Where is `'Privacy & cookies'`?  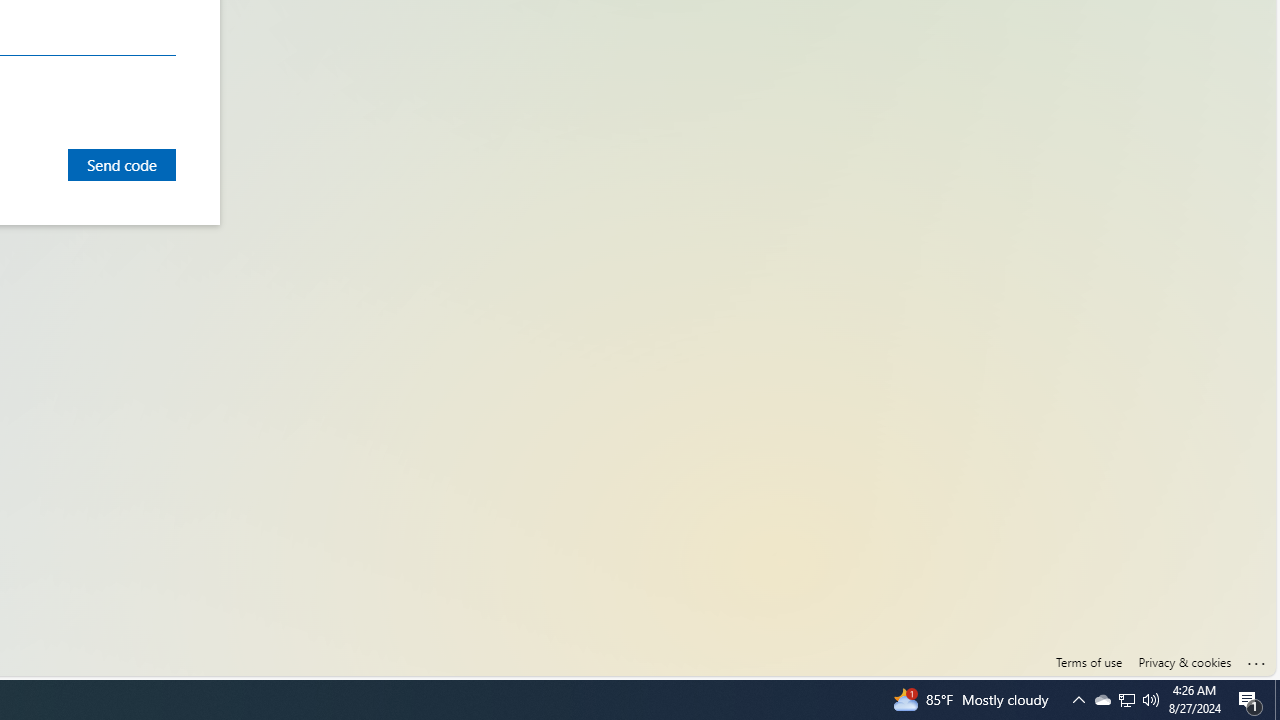 'Privacy & cookies' is located at coordinates (1184, 662).